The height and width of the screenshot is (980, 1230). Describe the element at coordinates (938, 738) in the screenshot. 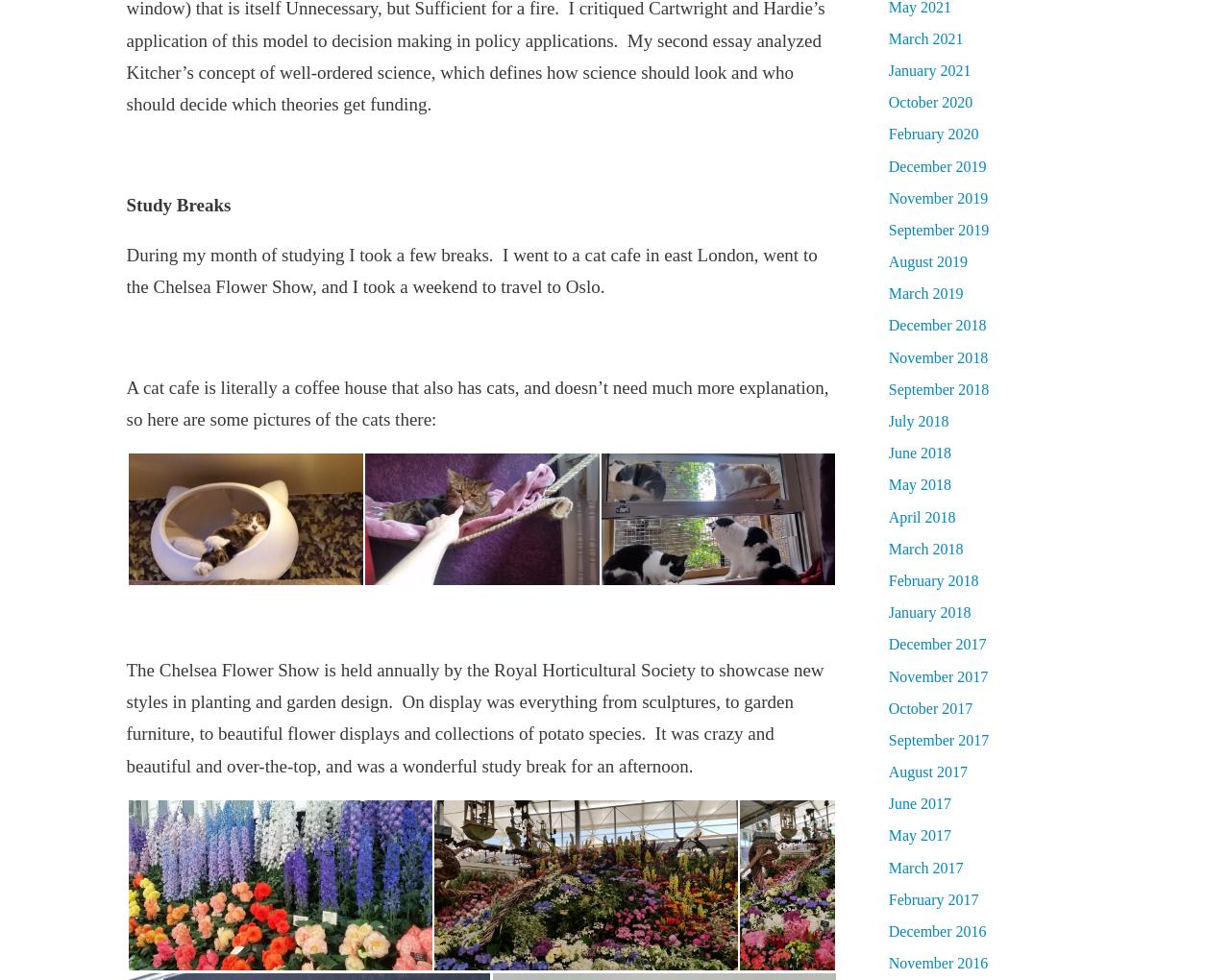

I see `'September 2017'` at that location.